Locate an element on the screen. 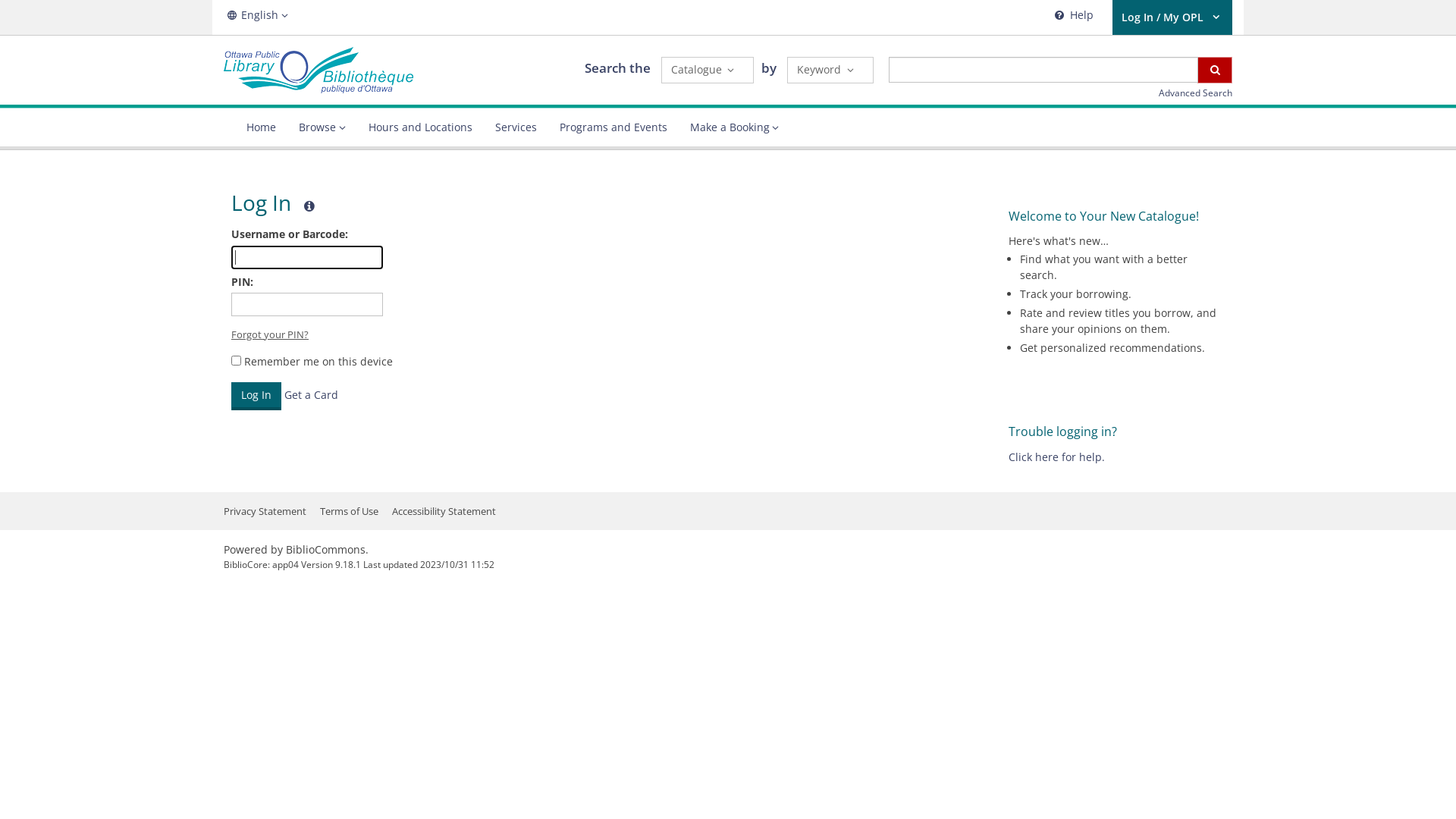 Image resolution: width=1456 pixels, height=819 pixels. 'Get a Card' is located at coordinates (284, 394).